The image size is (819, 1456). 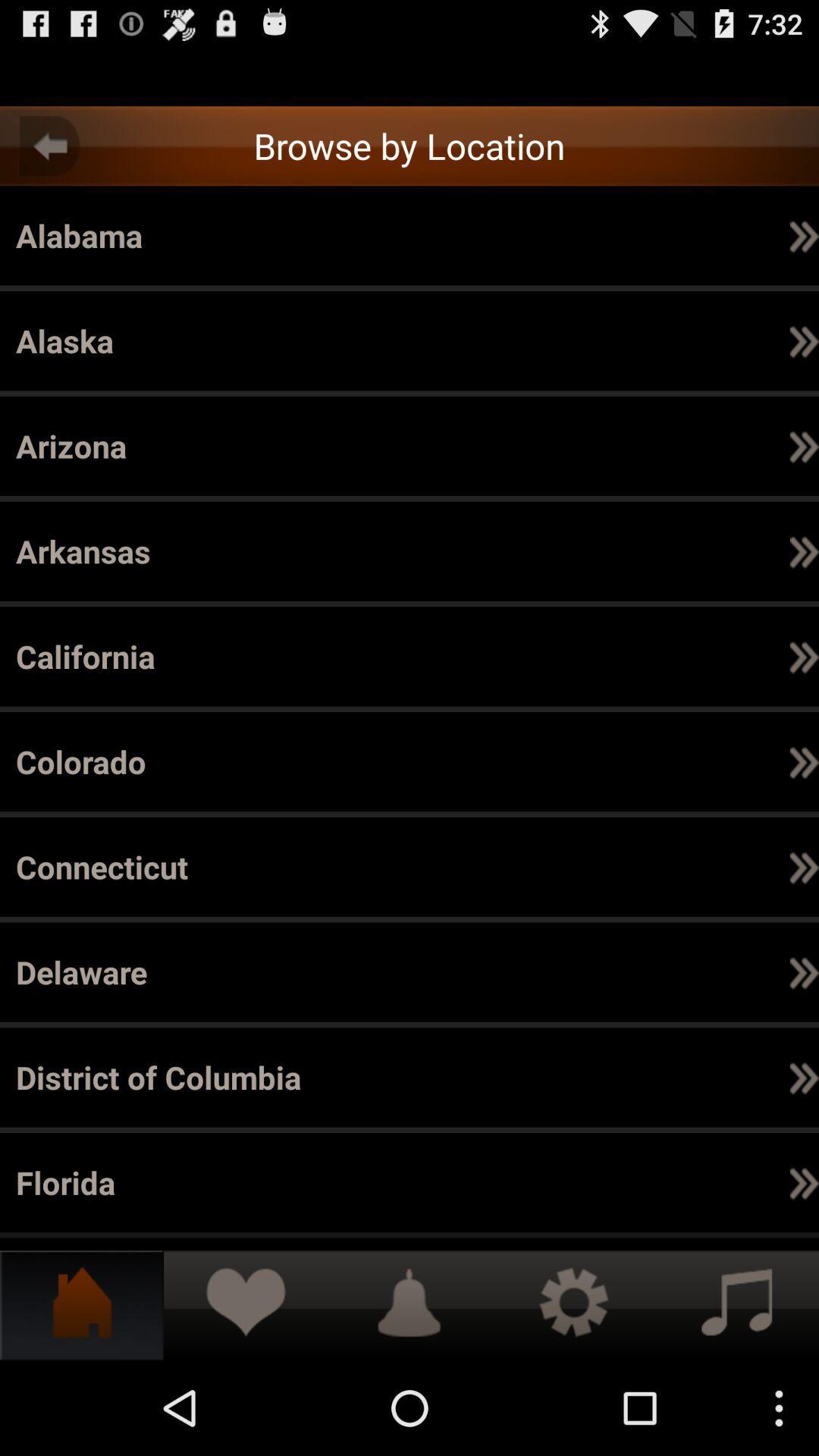 I want to click on the app next to the   alpine icon, so click(x=803, y=340).